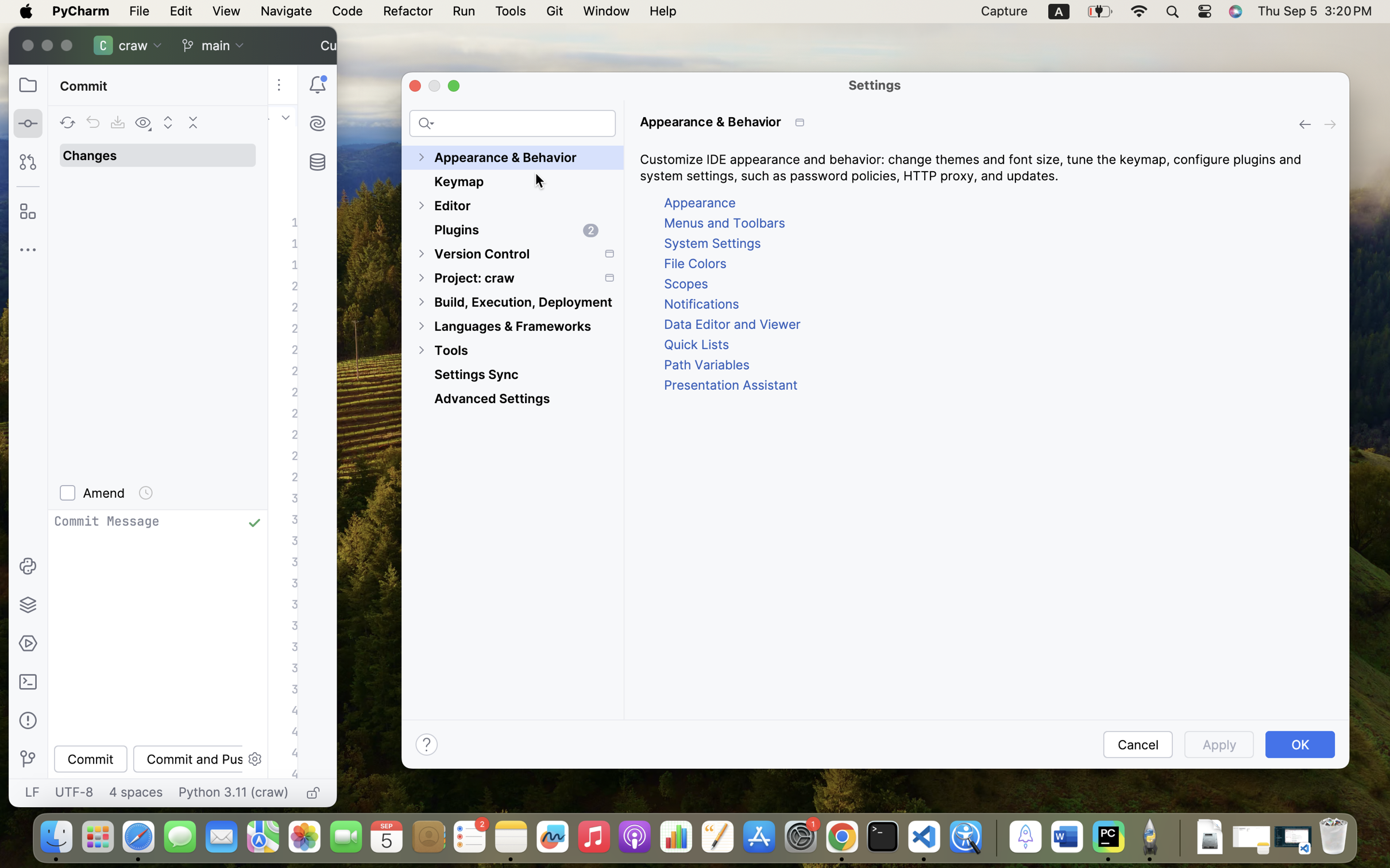 The image size is (1390, 868). What do you see at coordinates (994, 837) in the screenshot?
I see `'0.4285714328289032'` at bounding box center [994, 837].